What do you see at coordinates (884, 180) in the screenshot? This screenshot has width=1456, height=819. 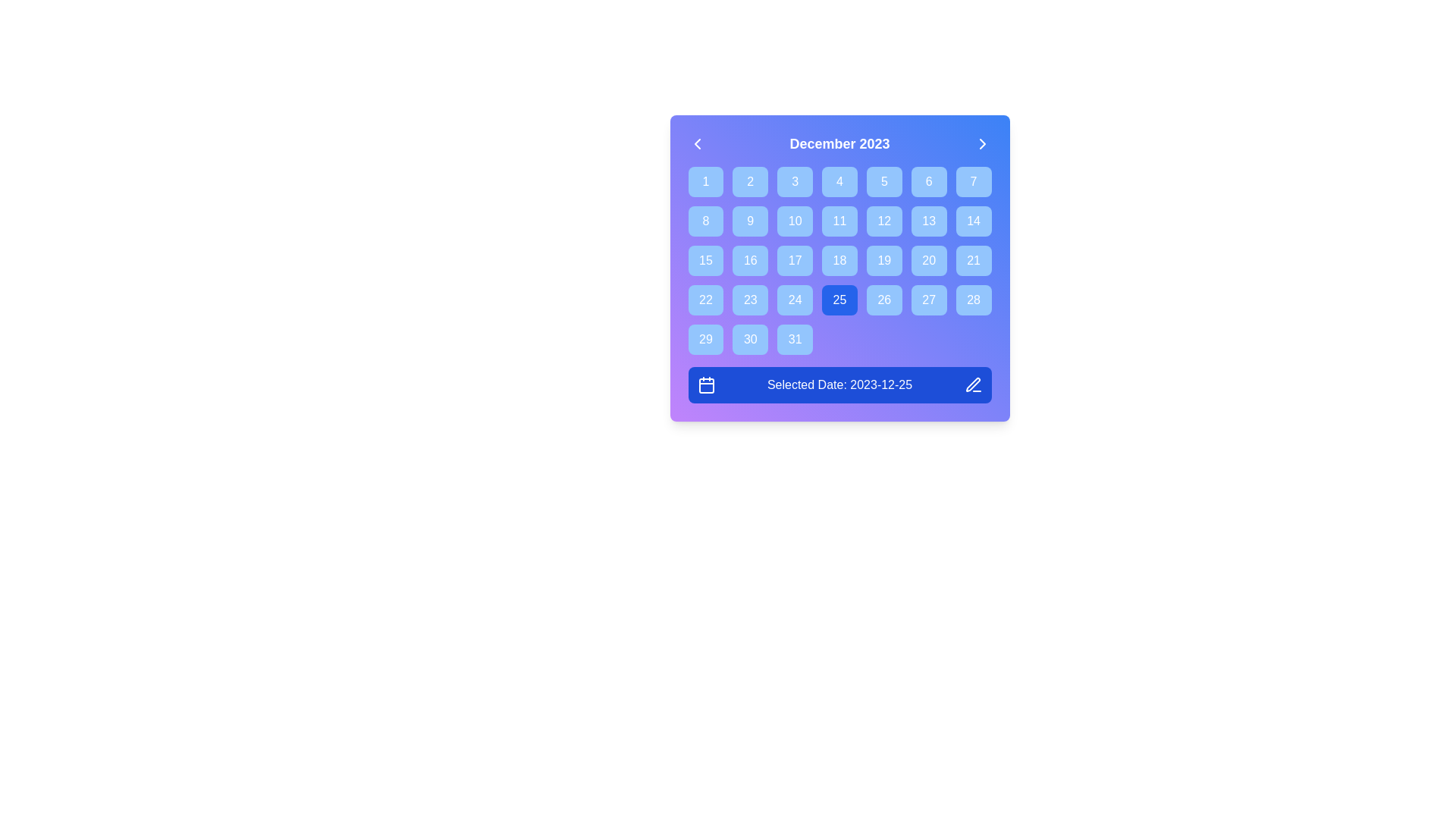 I see `the rectangular button displaying the number '5' with a light blue background` at bounding box center [884, 180].